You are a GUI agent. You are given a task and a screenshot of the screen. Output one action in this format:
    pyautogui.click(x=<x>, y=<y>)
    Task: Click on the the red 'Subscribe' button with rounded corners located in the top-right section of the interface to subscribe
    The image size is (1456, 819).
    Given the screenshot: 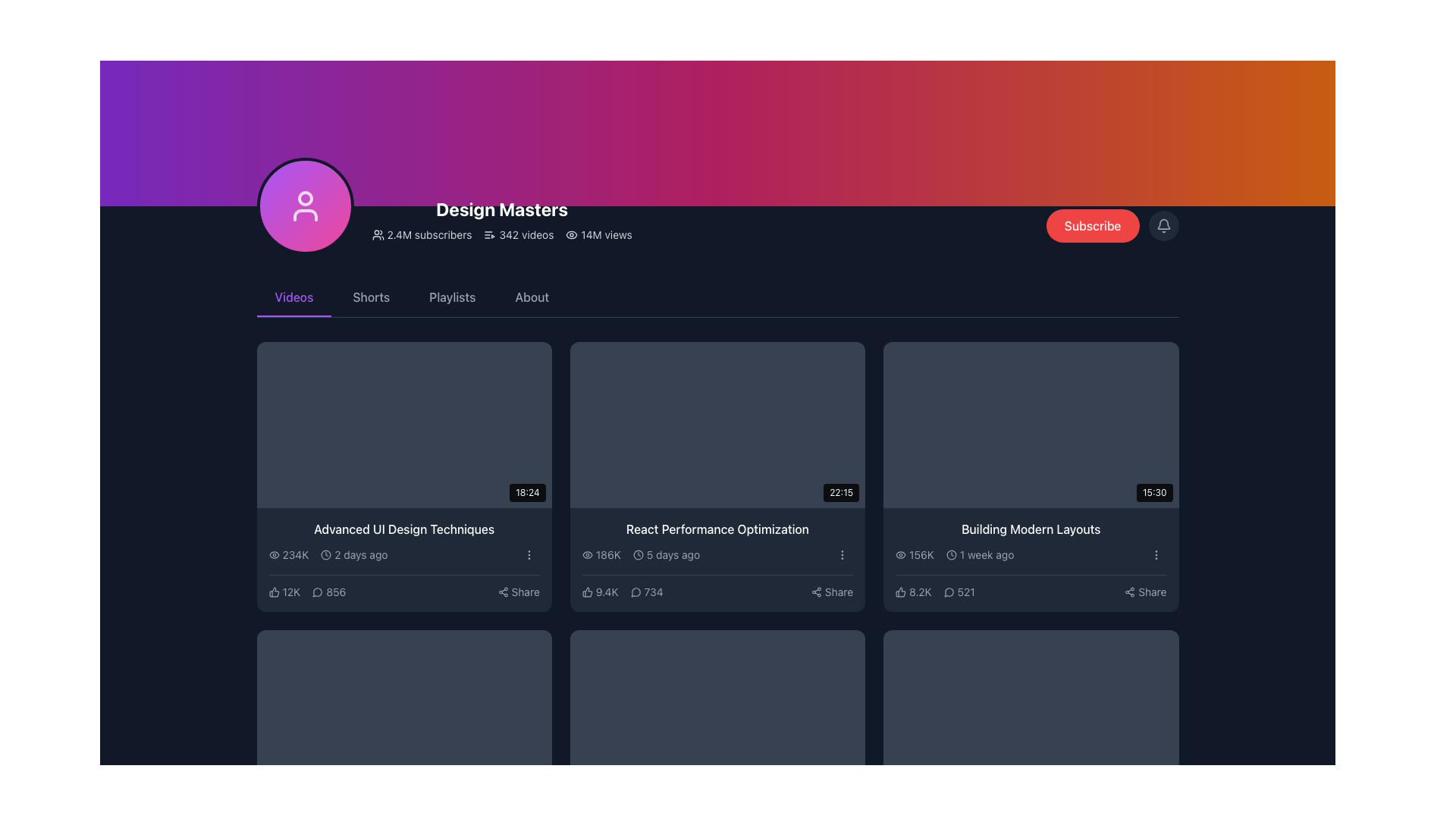 What is the action you would take?
    pyautogui.click(x=1112, y=225)
    